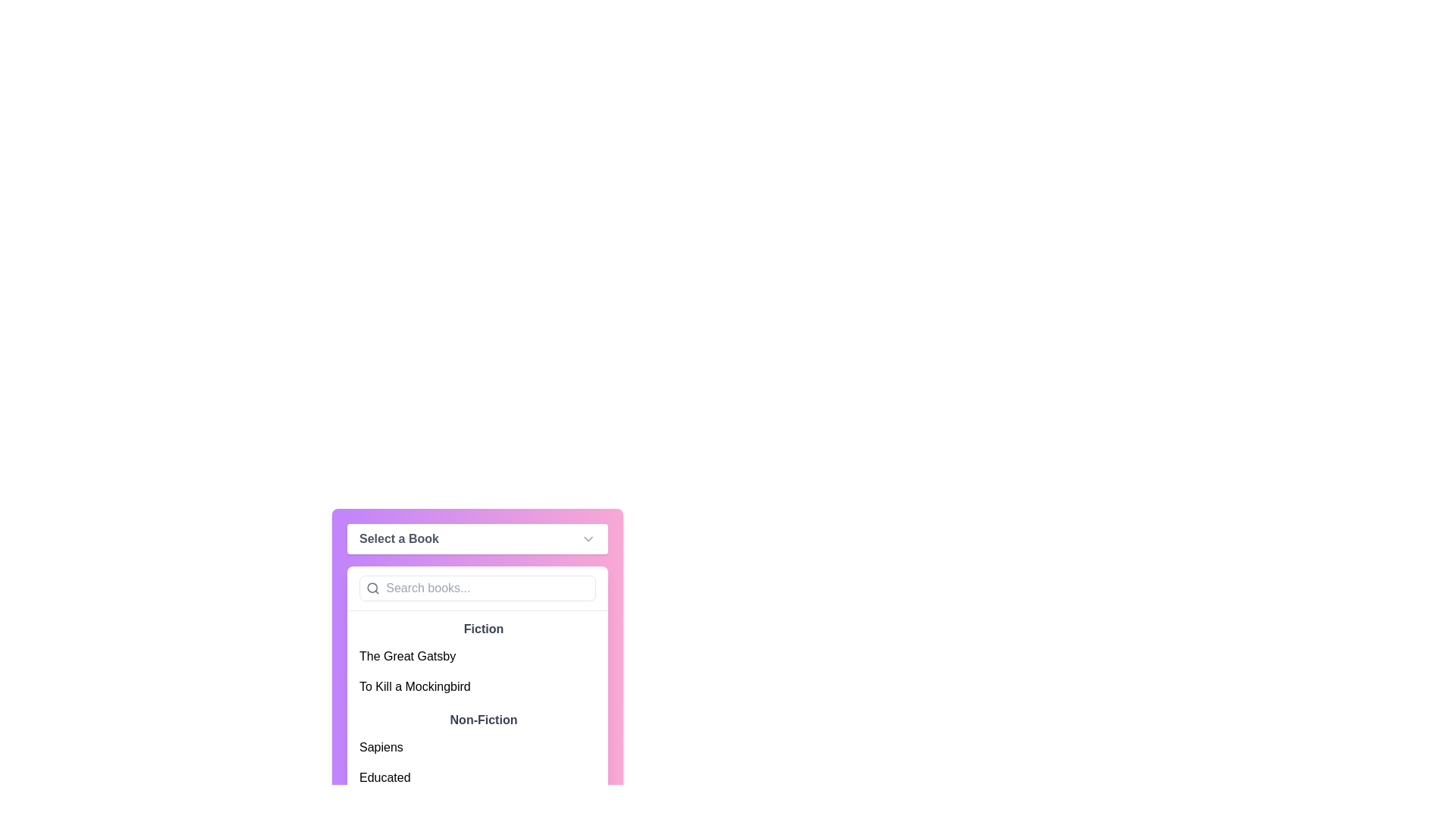 The width and height of the screenshot is (1456, 819). I want to click on the List item element displaying 'Sapiens', so click(476, 747).